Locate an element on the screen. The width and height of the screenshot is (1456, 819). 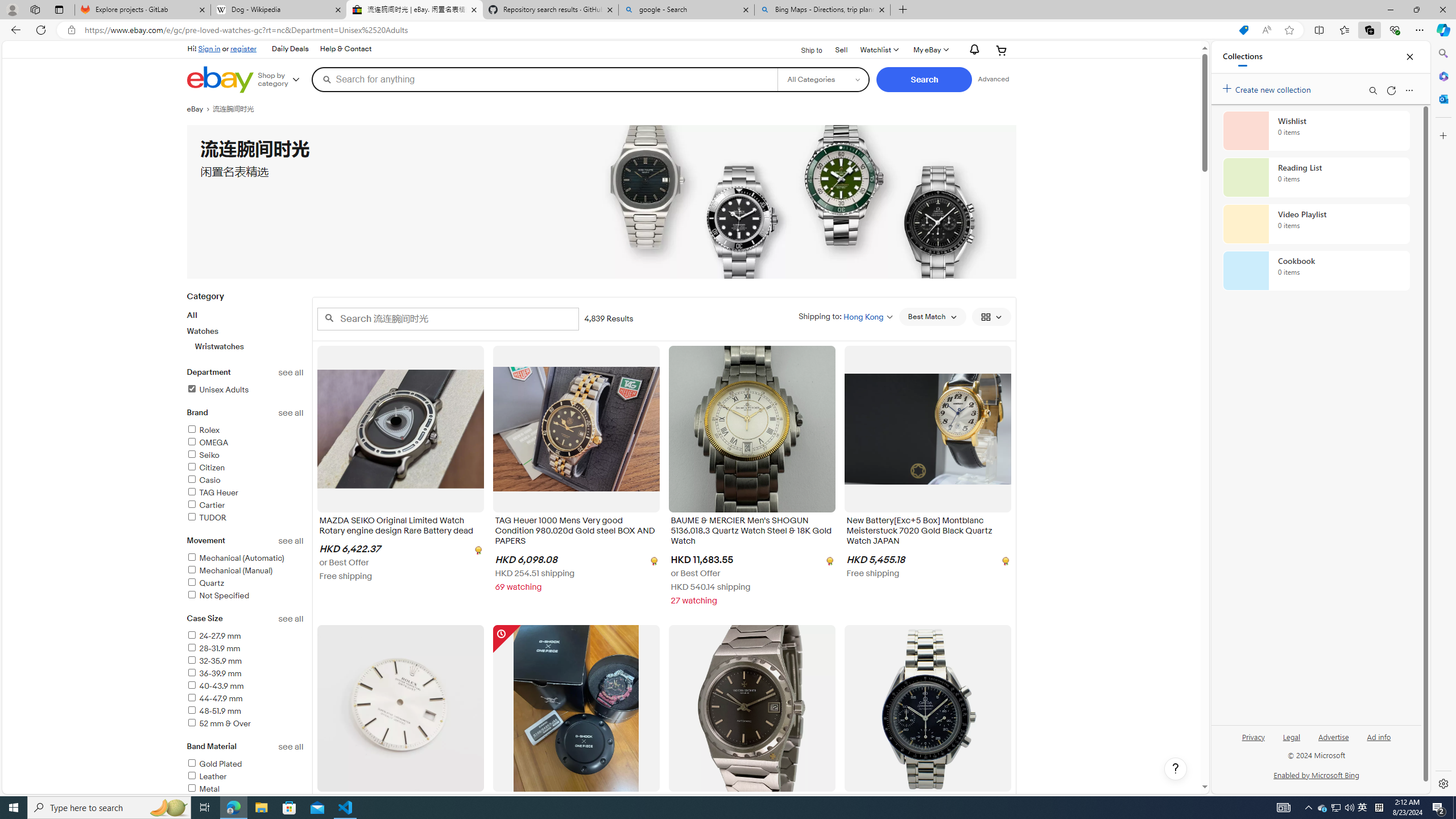
'Cartier' is located at coordinates (206, 505).